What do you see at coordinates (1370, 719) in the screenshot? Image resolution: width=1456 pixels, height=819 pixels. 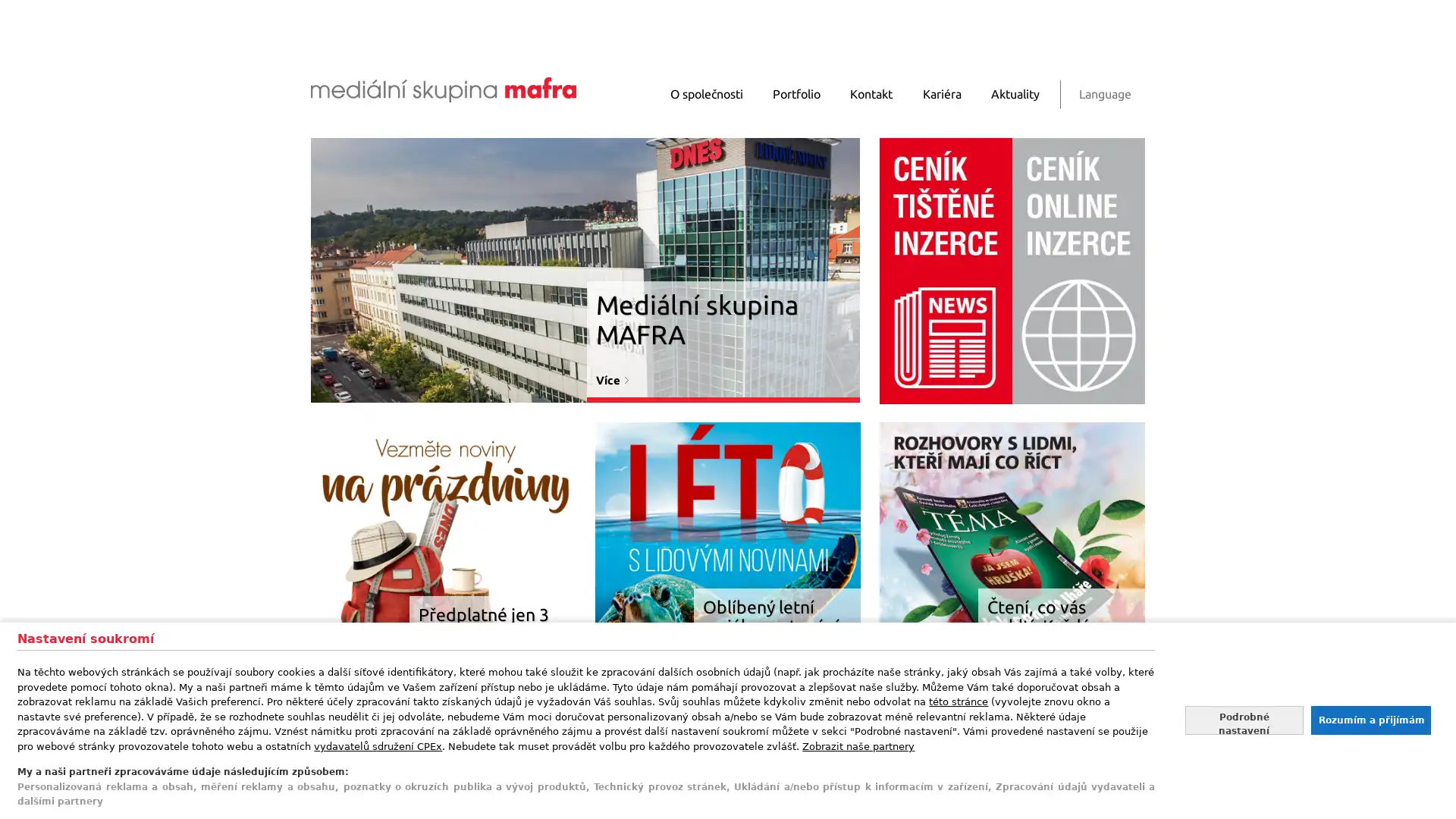 I see `Souhlasit s nasim zpracovanim udaju a zavrit` at bounding box center [1370, 719].